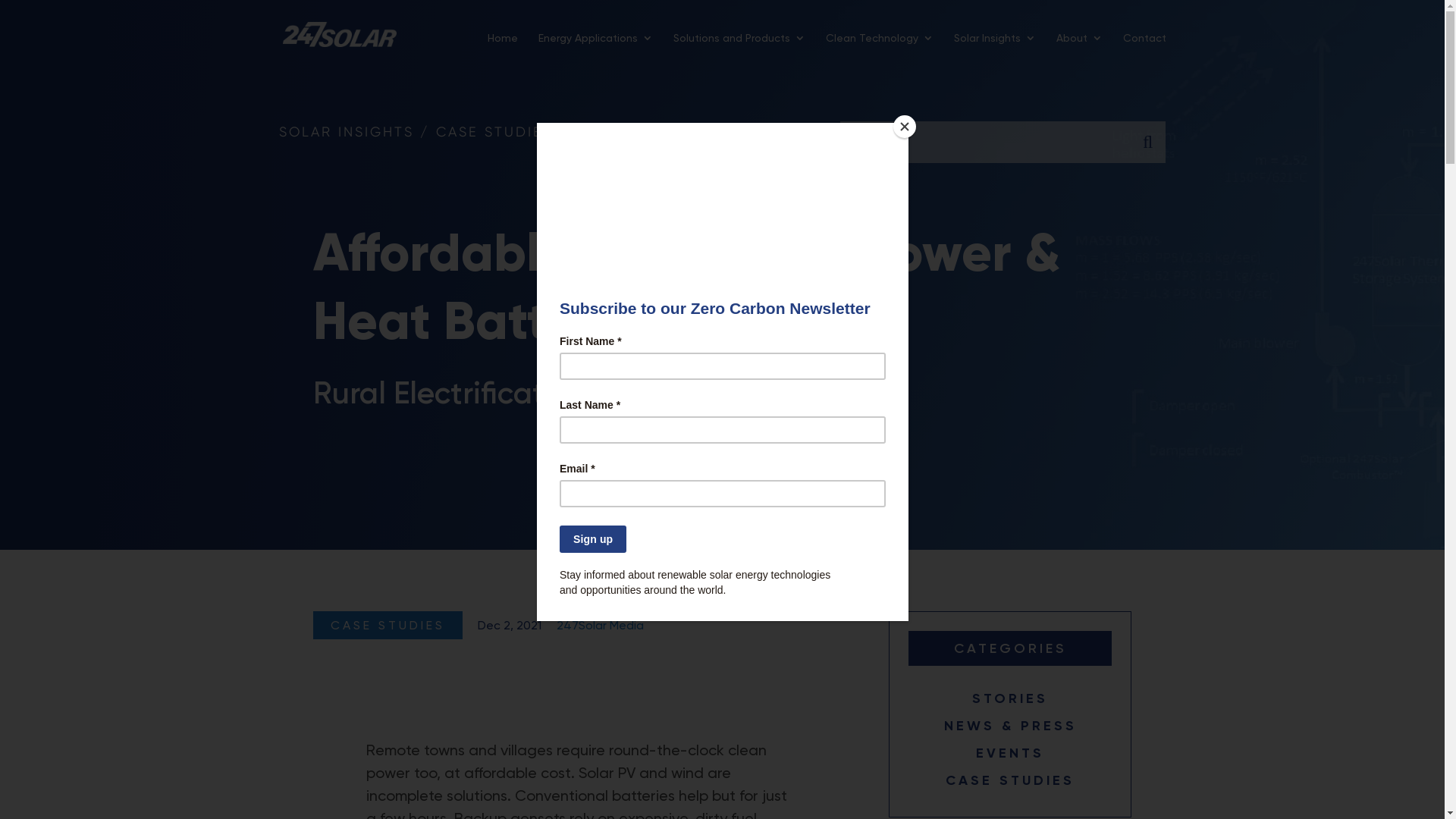  Describe the element at coordinates (1010, 698) in the screenshot. I see `'STORIES'` at that location.